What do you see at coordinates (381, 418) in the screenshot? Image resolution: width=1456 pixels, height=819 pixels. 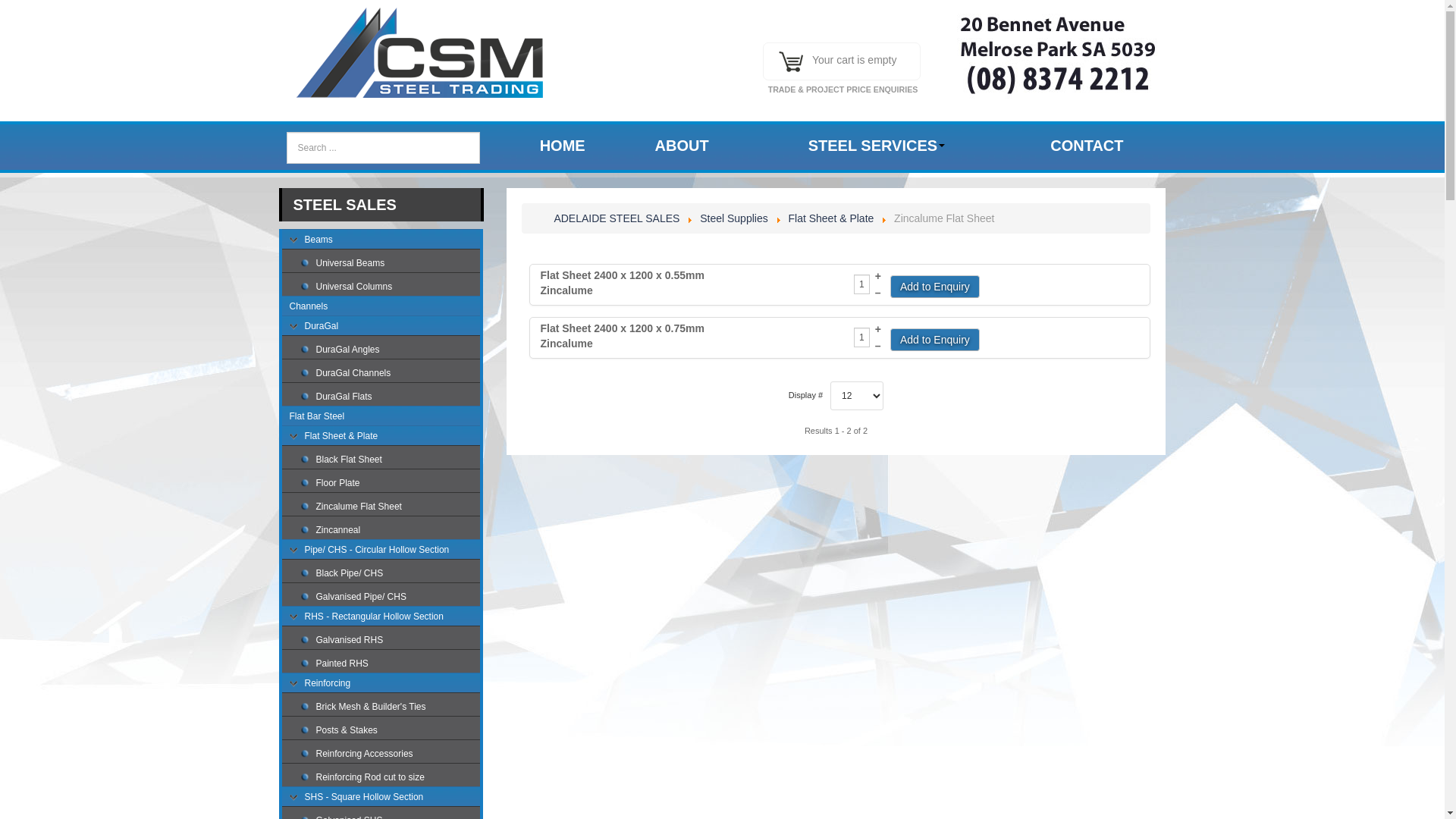 I see `'Flat Bar Steel'` at bounding box center [381, 418].